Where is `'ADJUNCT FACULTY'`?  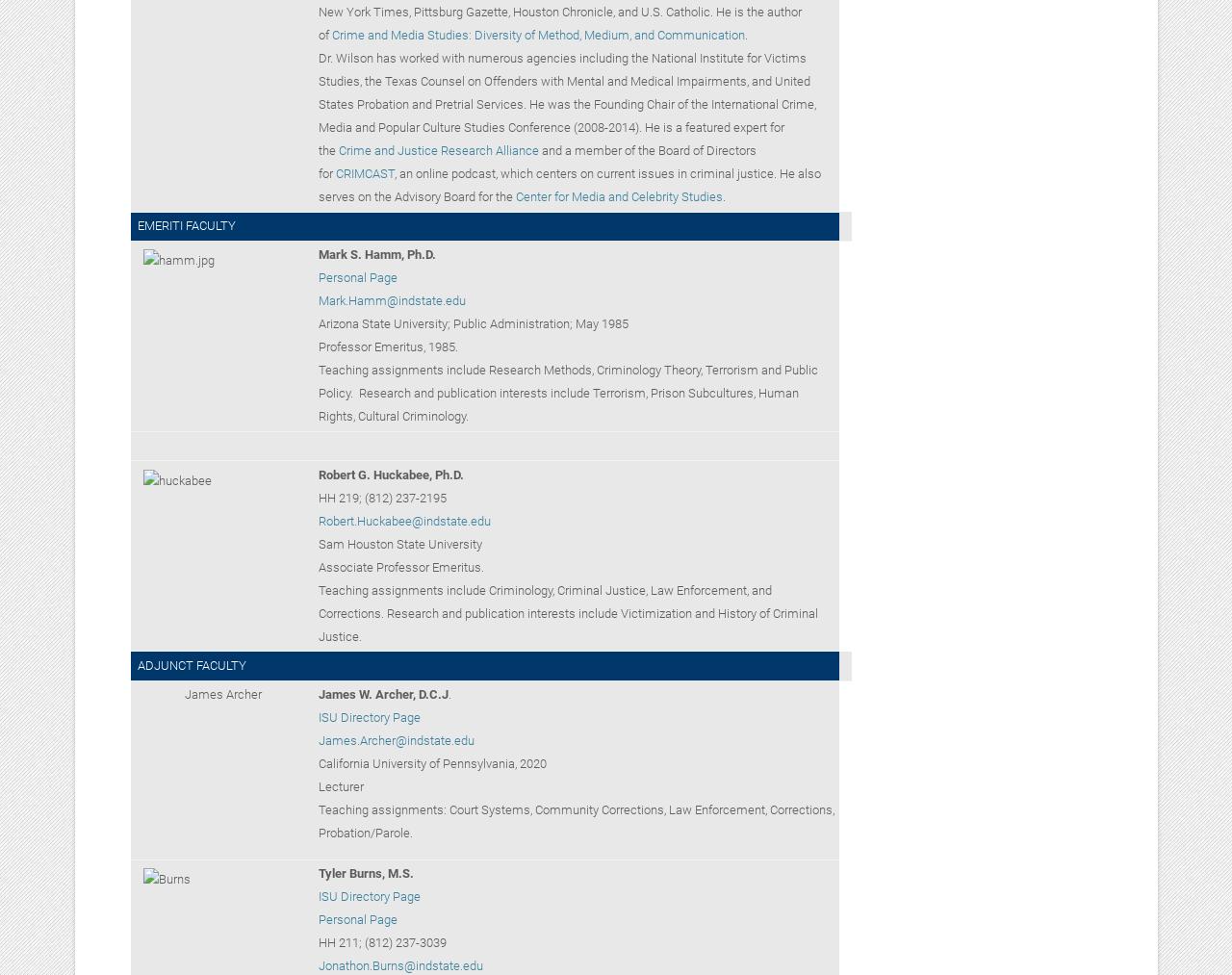
'ADJUNCT FACULTY' is located at coordinates (136, 664).